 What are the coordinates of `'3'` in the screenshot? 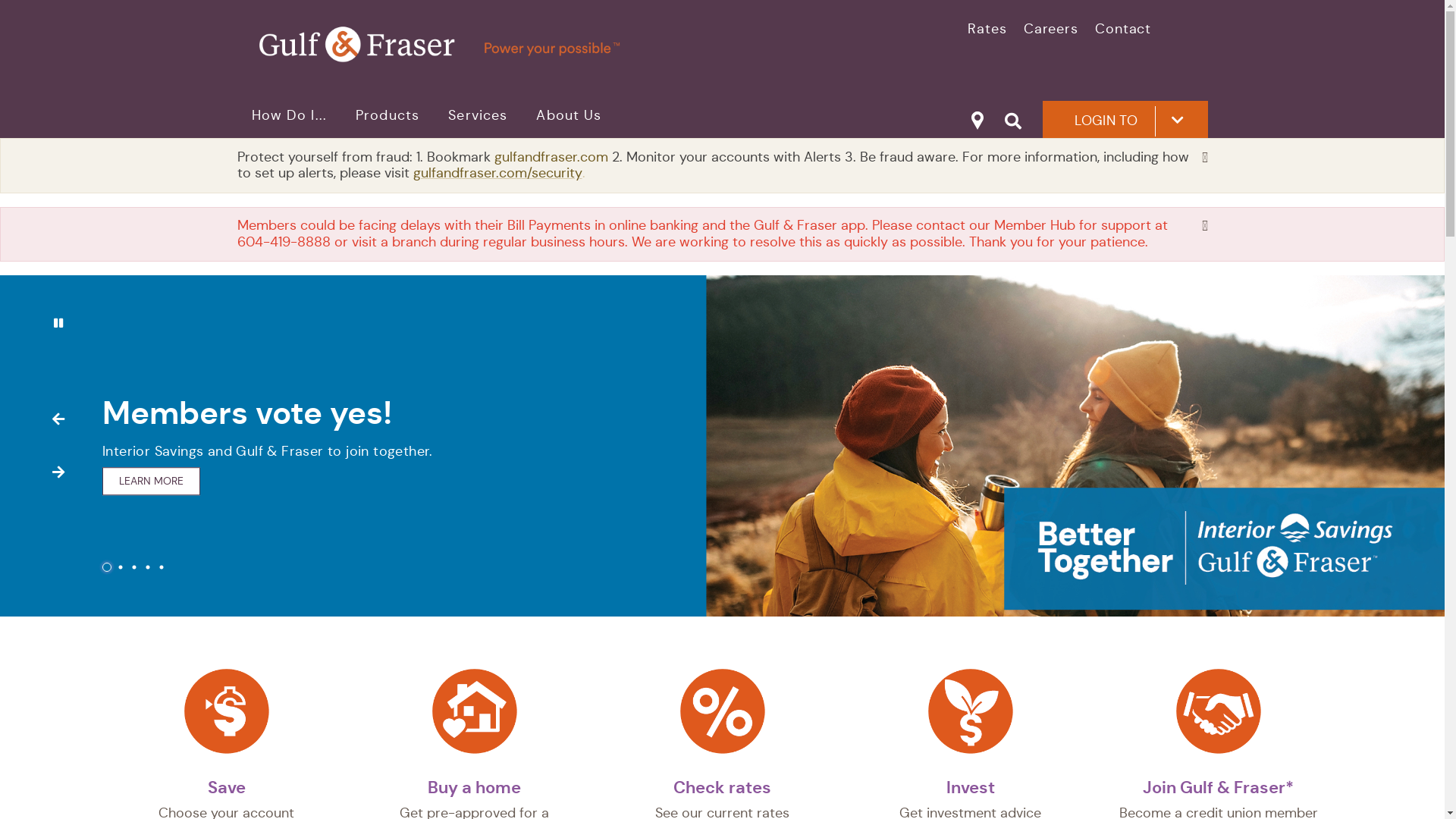 It's located at (130, 567).